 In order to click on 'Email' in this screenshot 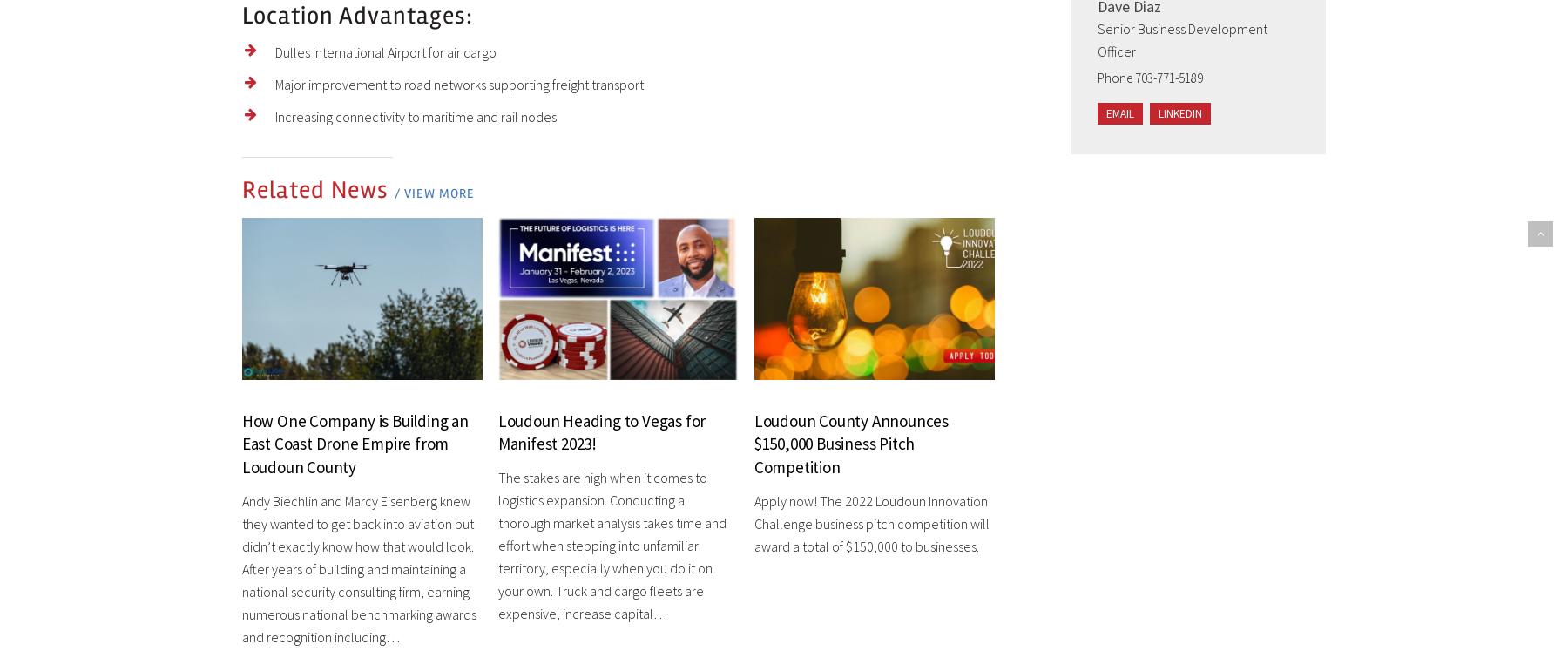, I will do `click(1106, 111)`.